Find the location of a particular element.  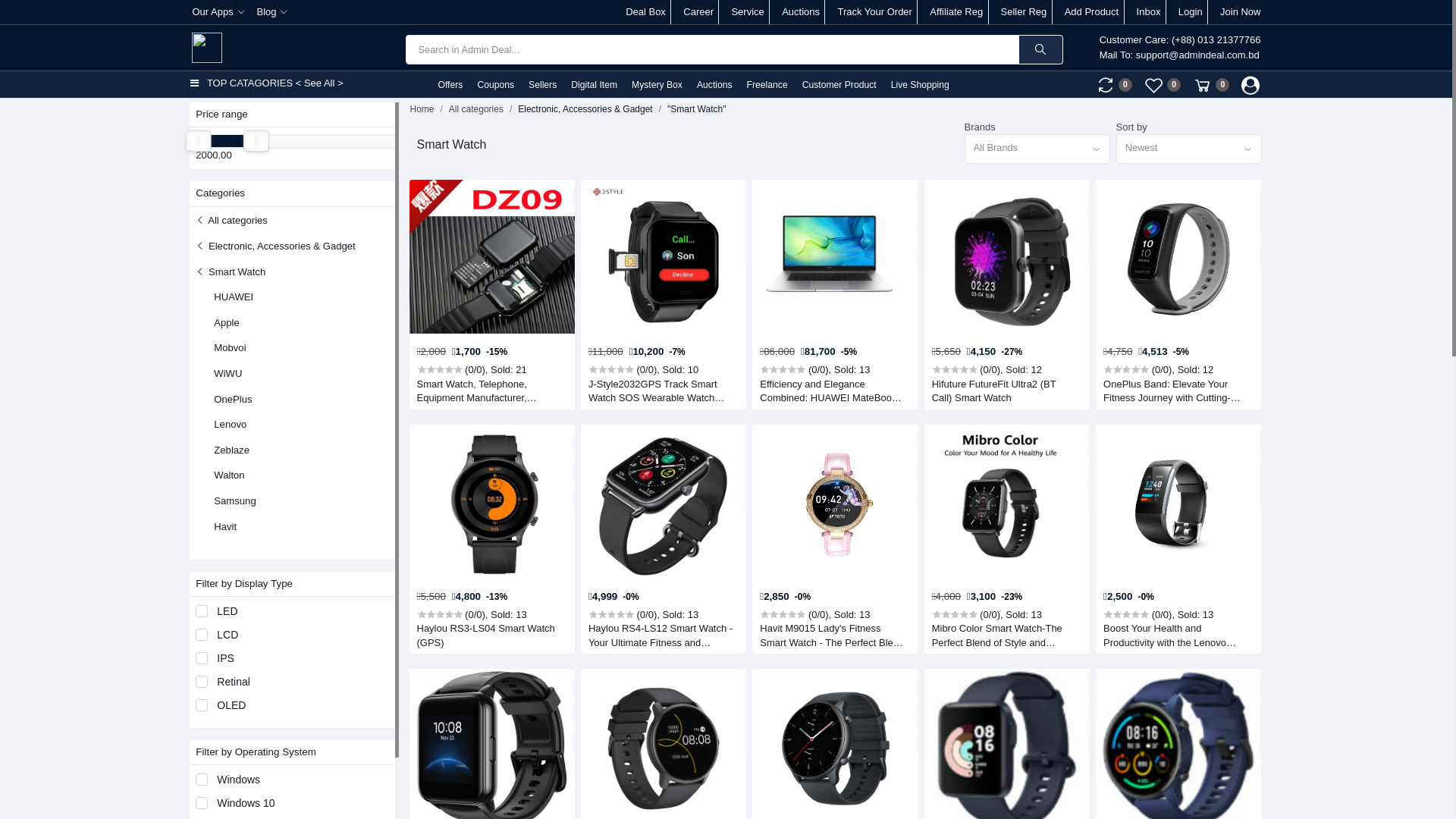

'Electronic, Accessories & Gadget' is located at coordinates (275, 245).